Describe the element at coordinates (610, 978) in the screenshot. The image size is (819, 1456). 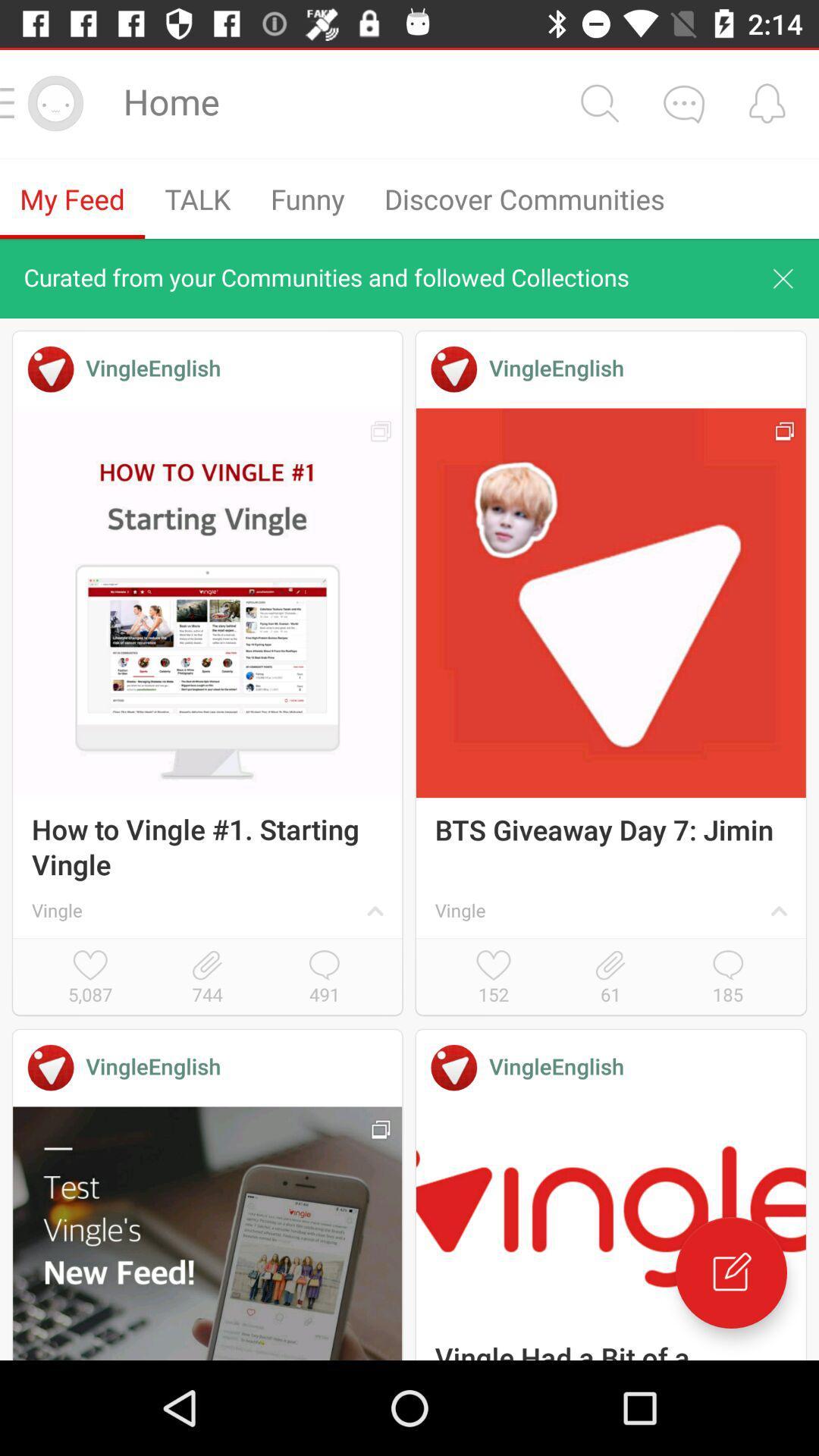
I see `icon above the vingleenglish icon` at that location.